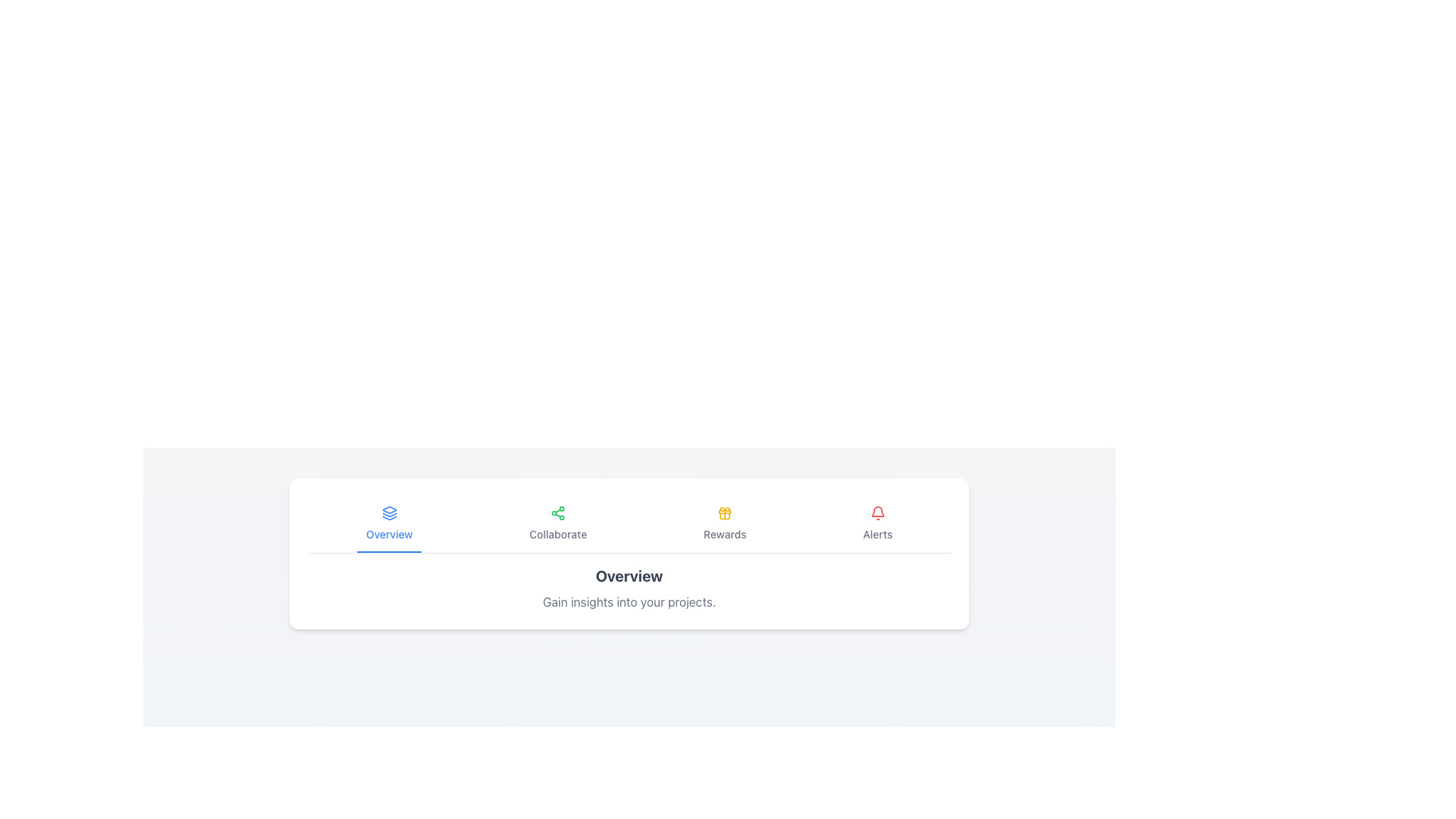  I want to click on the 'Rewards' icon located in the third column of the horizontal menu, so click(724, 513).